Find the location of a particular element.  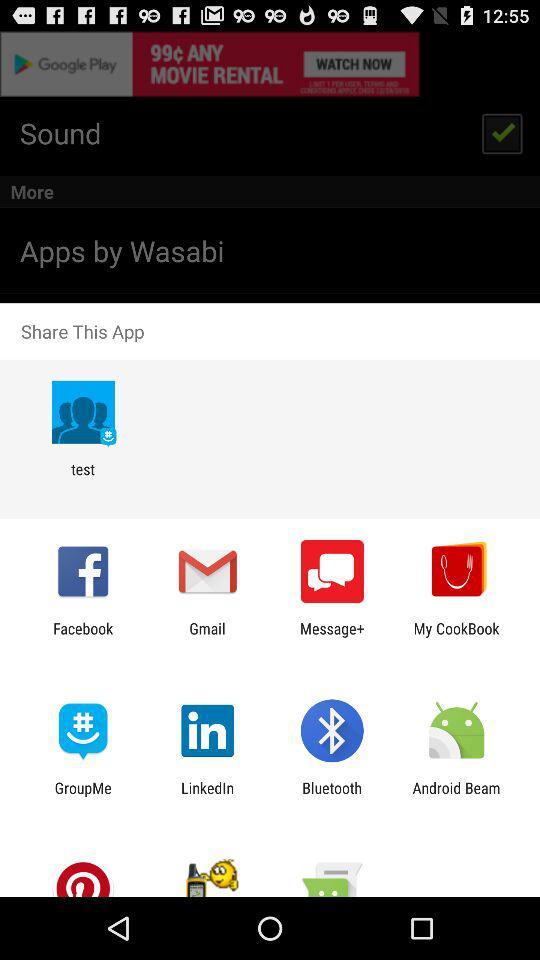

test app is located at coordinates (82, 478).